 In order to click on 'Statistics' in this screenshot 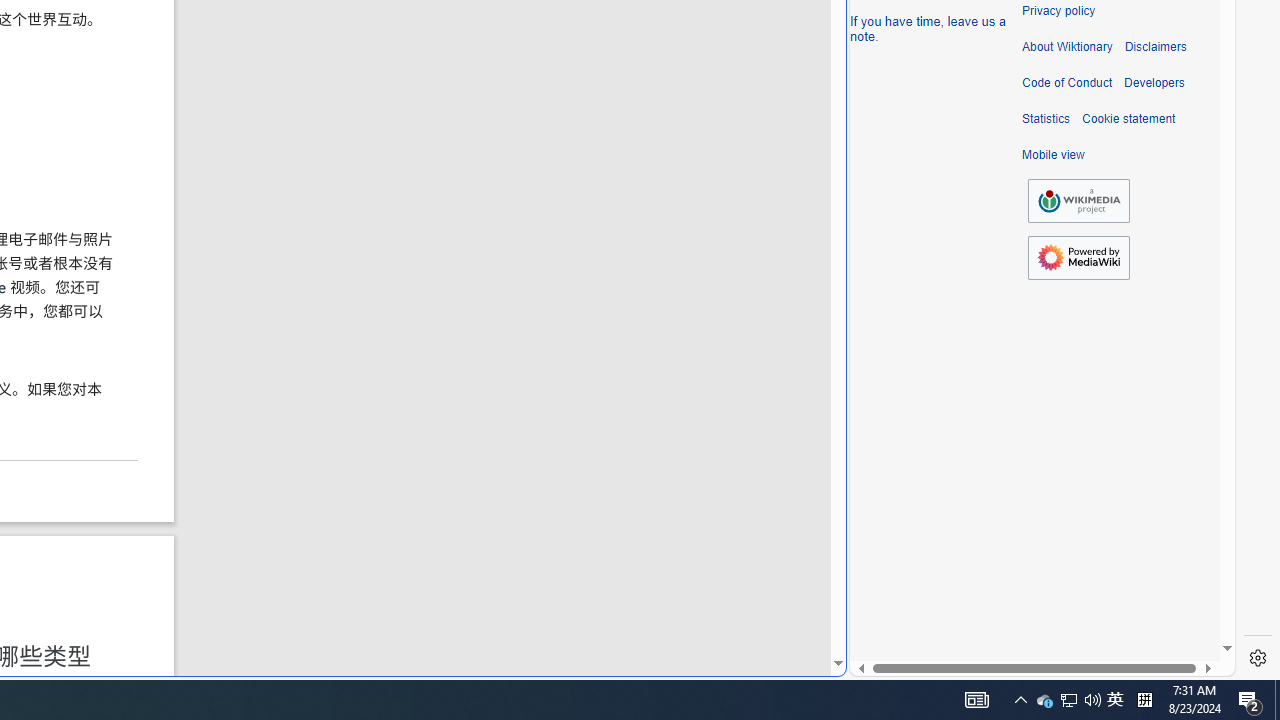, I will do `click(1045, 119)`.